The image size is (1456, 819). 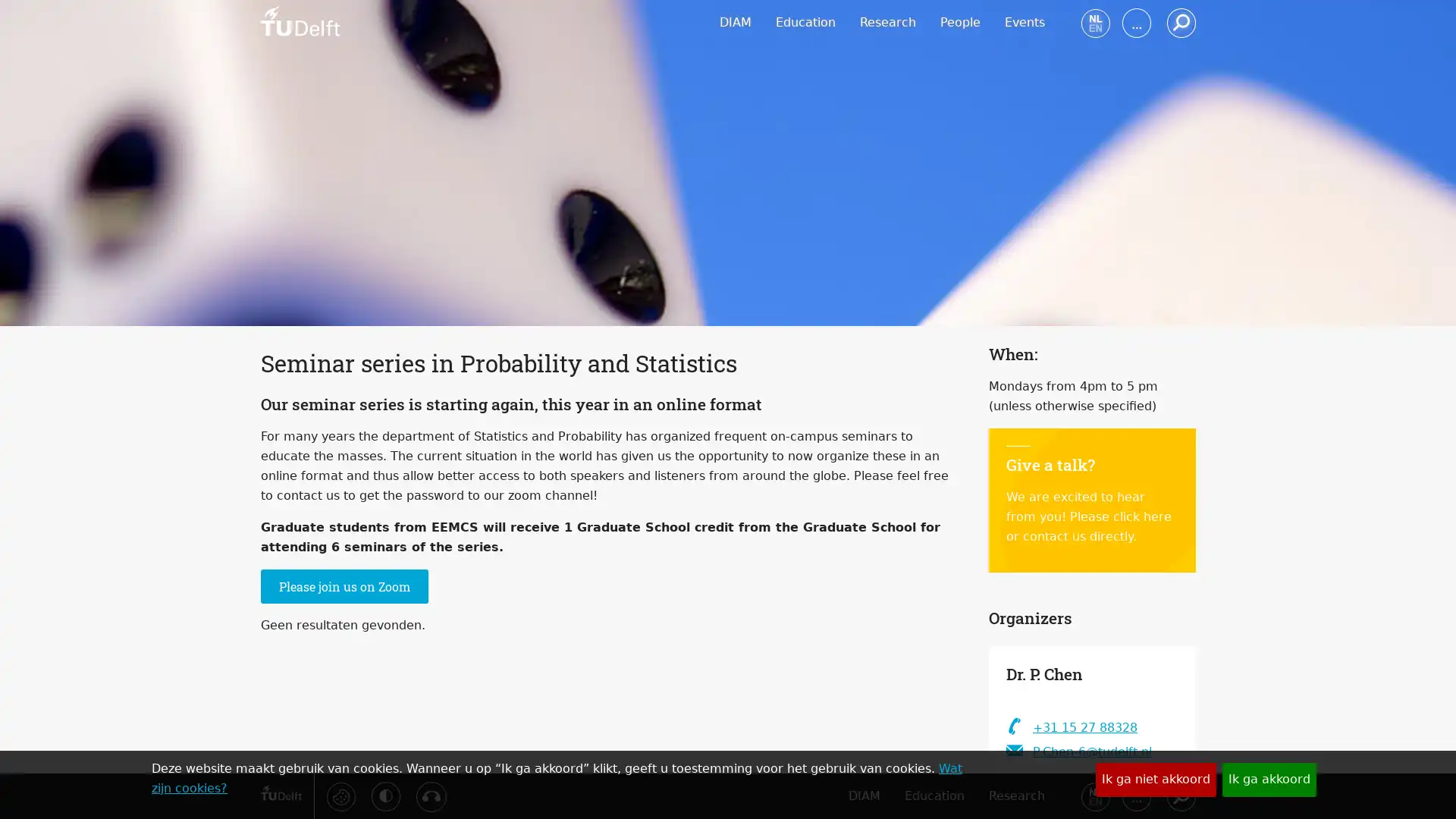 What do you see at coordinates (429, 795) in the screenshot?
I see `Luister met de ReachDeck-werkbalk` at bounding box center [429, 795].